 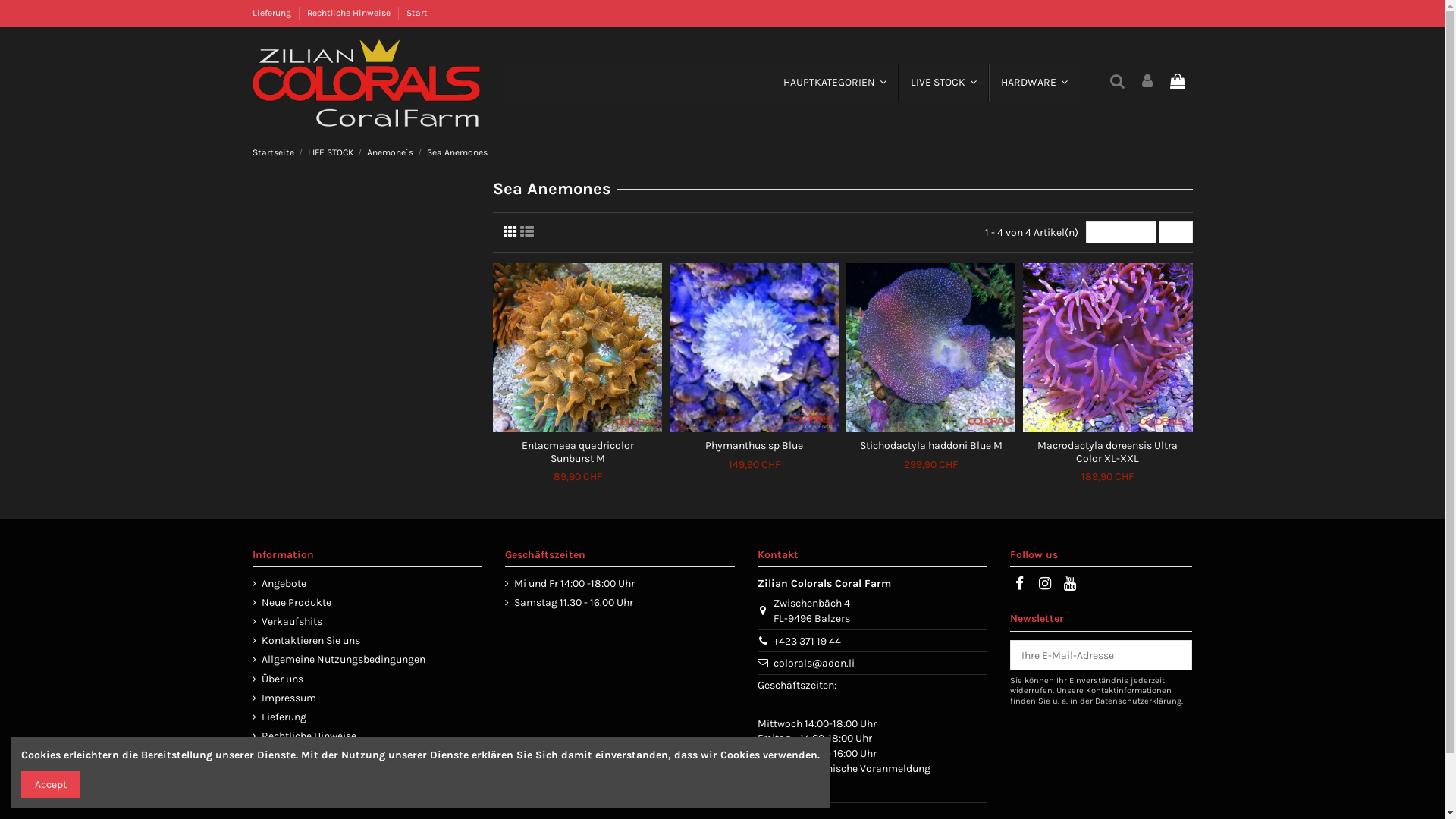 I want to click on 'Lieferung', so click(x=272, y=12).